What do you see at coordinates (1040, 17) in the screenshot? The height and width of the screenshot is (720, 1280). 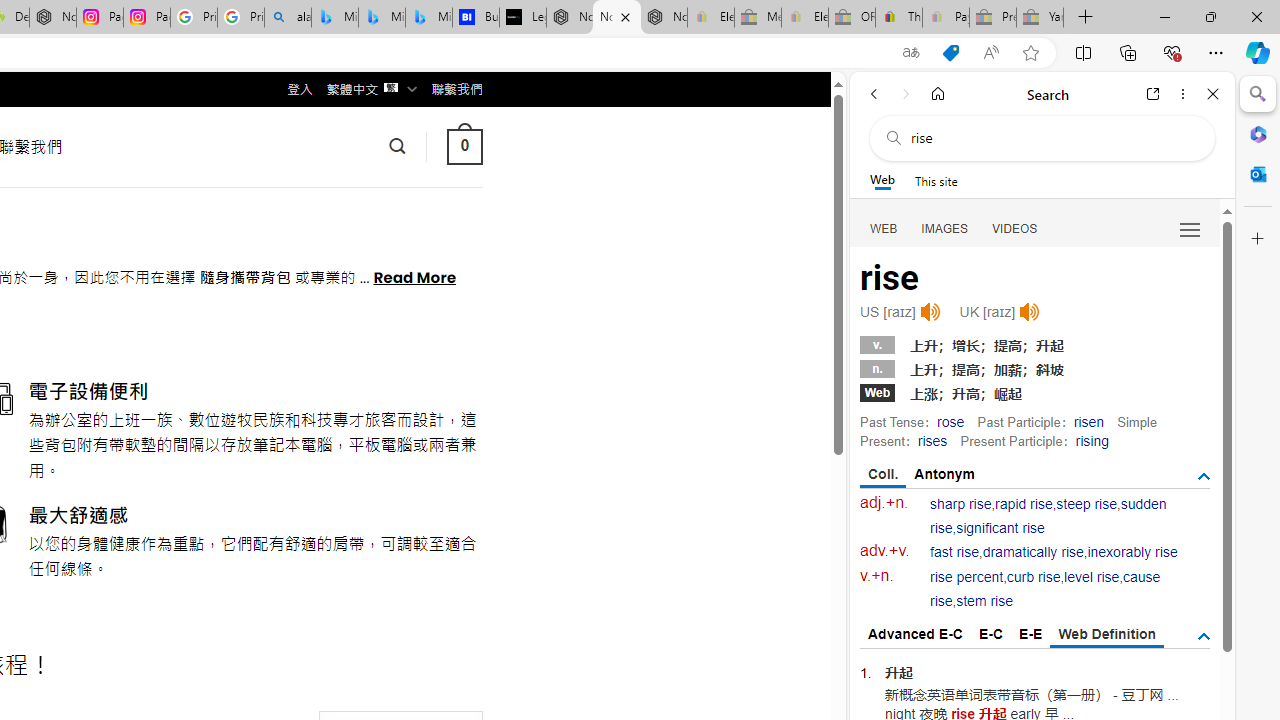 I see `'Yard, Garden & Outdoor Living - Sleeping'` at bounding box center [1040, 17].